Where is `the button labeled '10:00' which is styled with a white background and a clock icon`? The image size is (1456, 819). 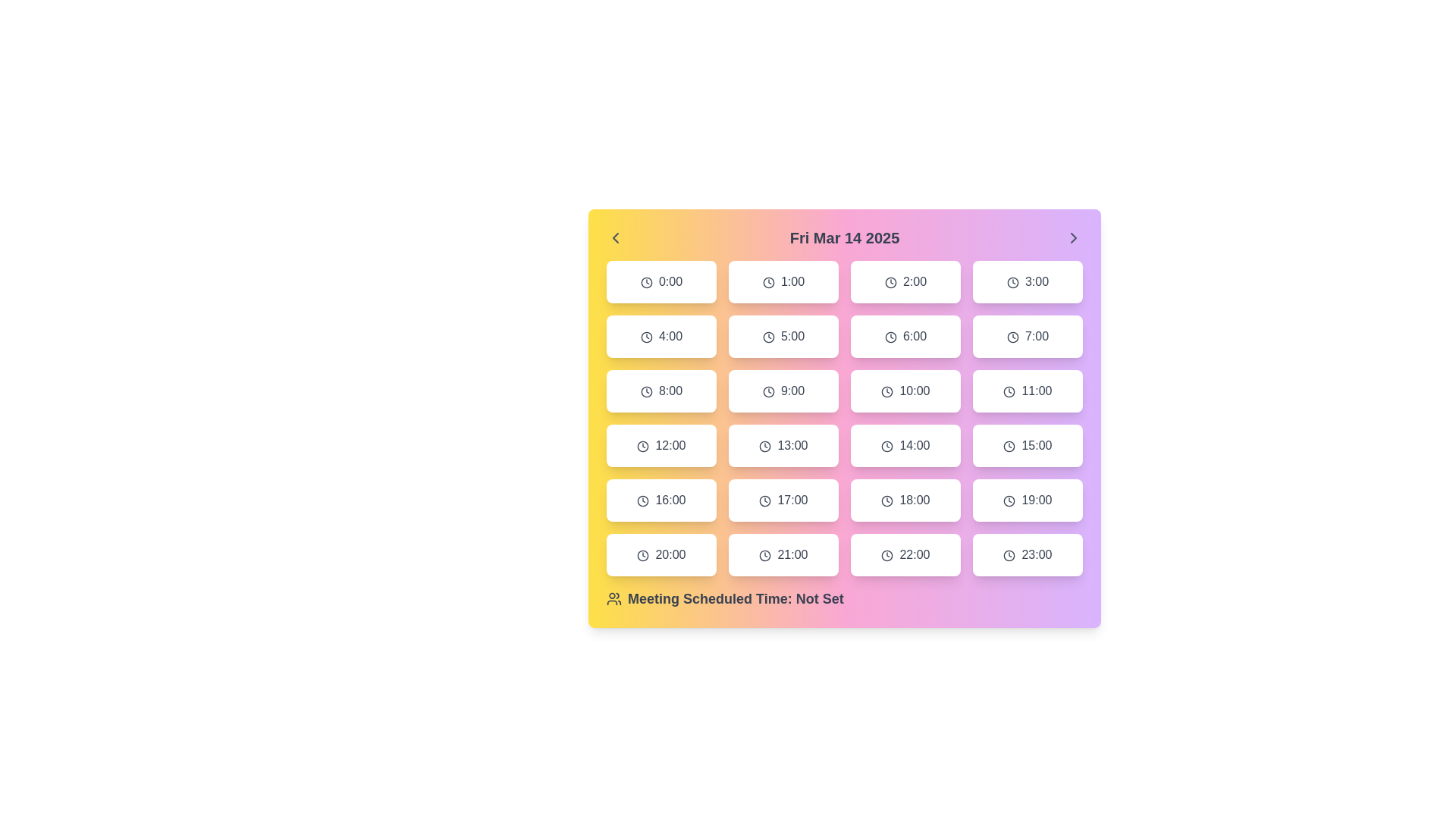 the button labeled '10:00' which is styled with a white background and a clock icon is located at coordinates (905, 391).